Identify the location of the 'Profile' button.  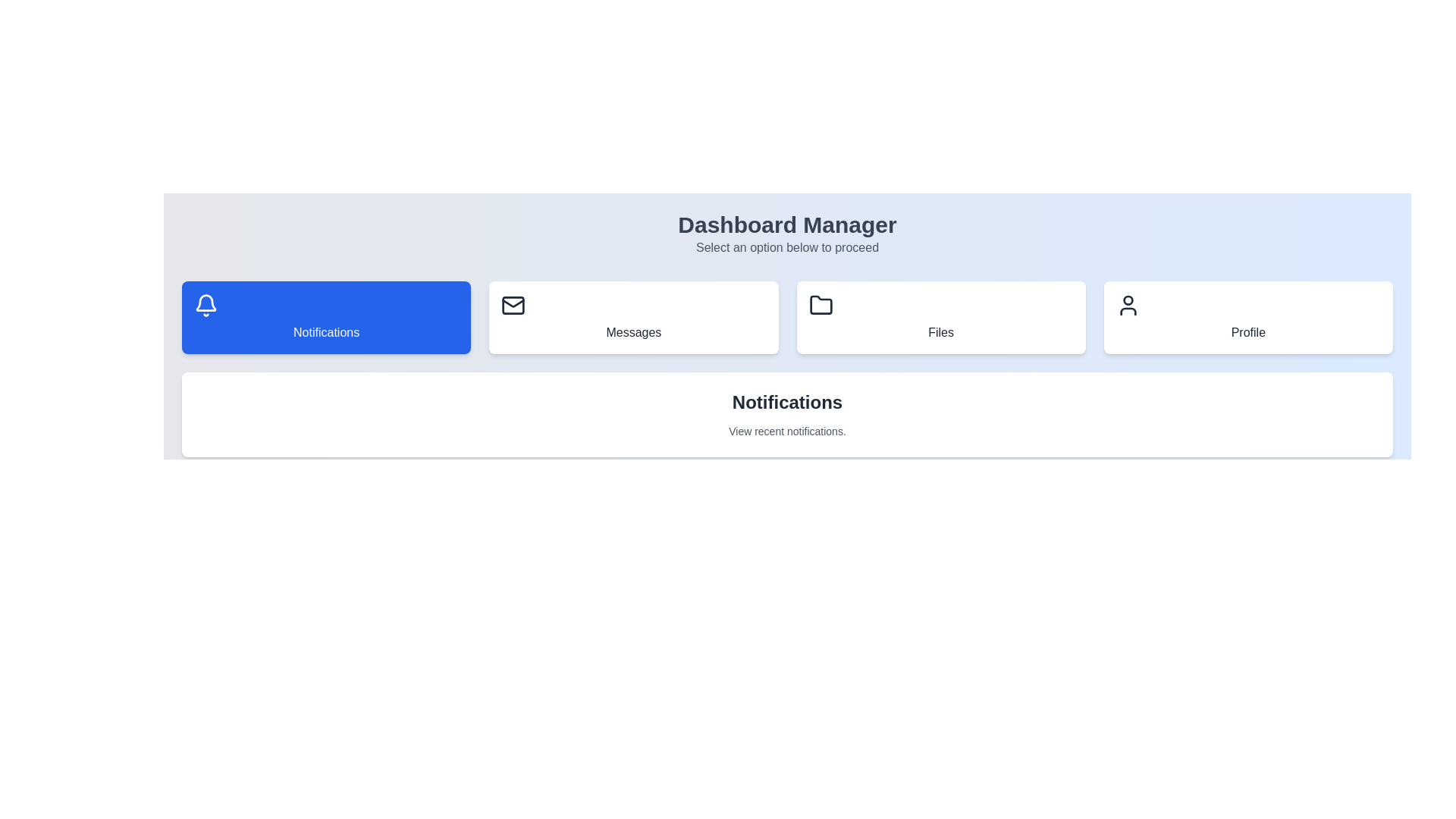
(1248, 317).